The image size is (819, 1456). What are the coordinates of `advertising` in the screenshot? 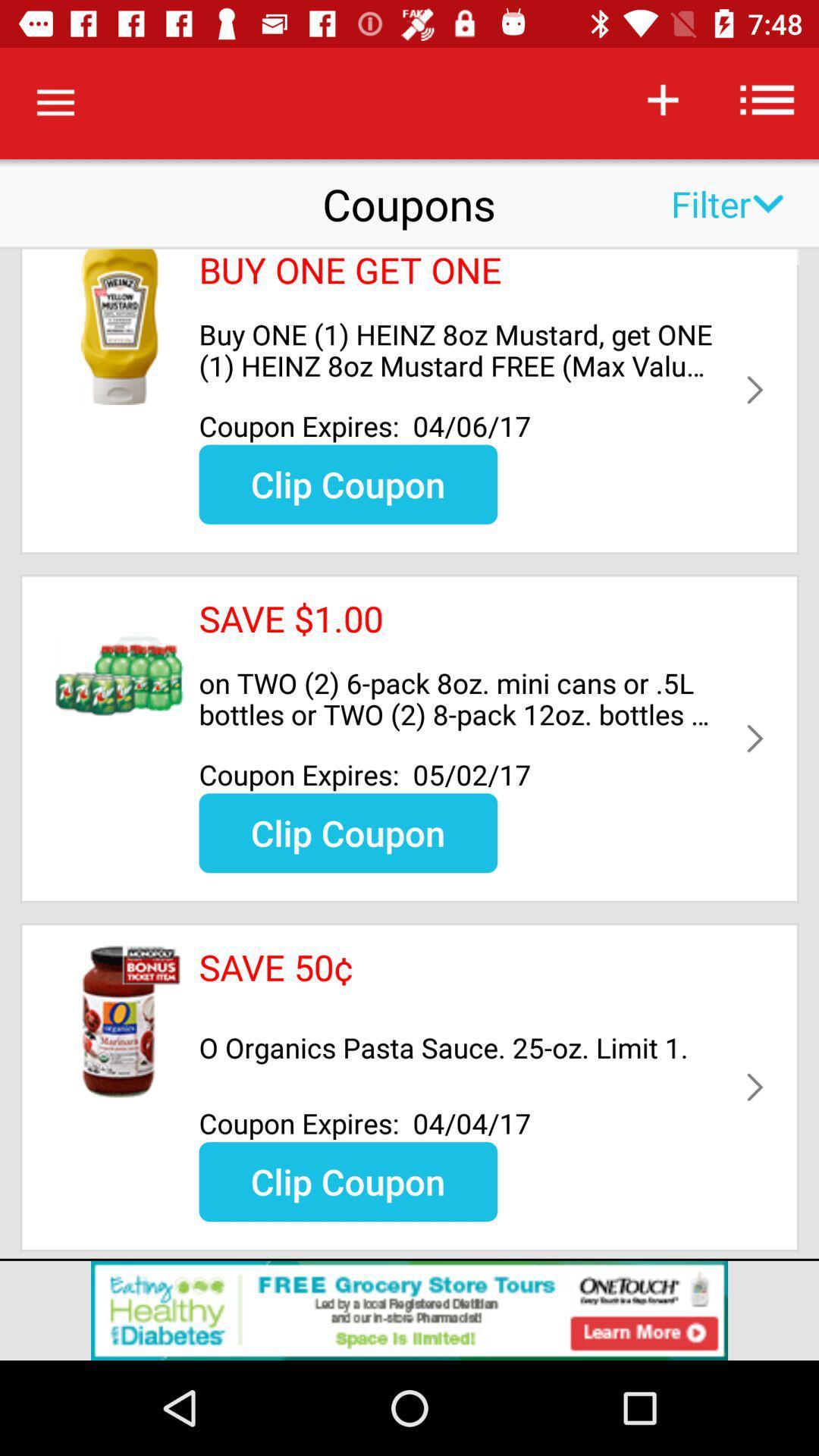 It's located at (409, 1310).